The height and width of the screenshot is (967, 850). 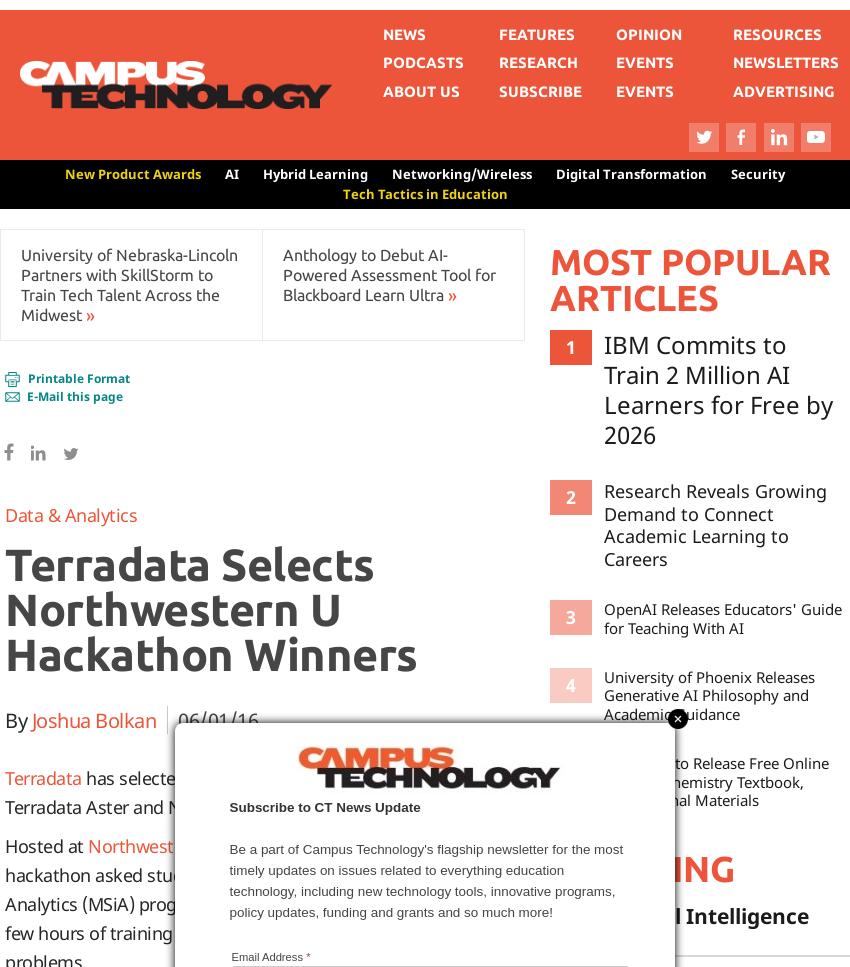 What do you see at coordinates (159, 844) in the screenshot?
I see `'Northwestern  U's'` at bounding box center [159, 844].